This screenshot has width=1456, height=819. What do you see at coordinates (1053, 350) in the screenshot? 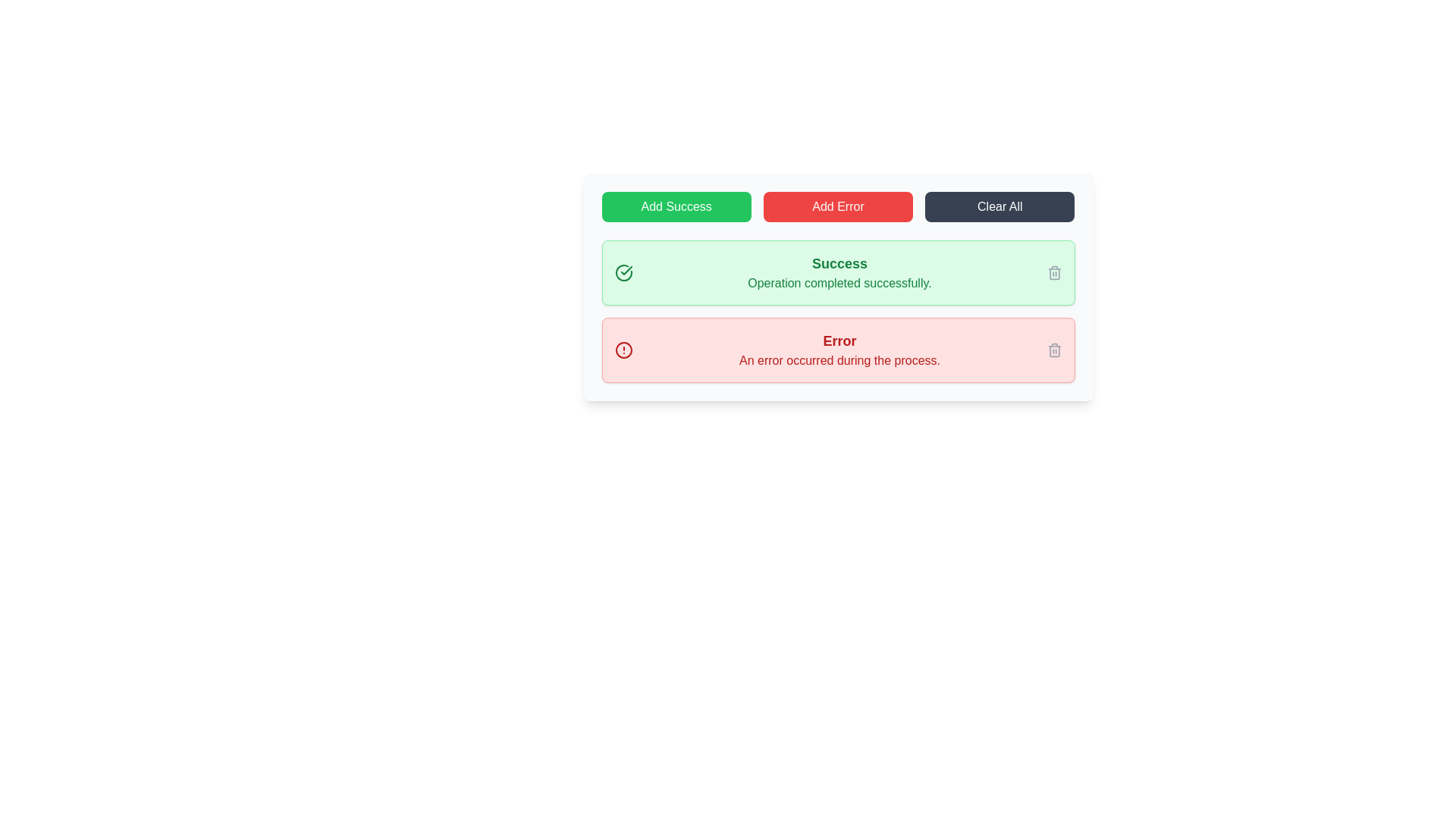
I see `the icon button located at the far right of the error notification area` at bounding box center [1053, 350].